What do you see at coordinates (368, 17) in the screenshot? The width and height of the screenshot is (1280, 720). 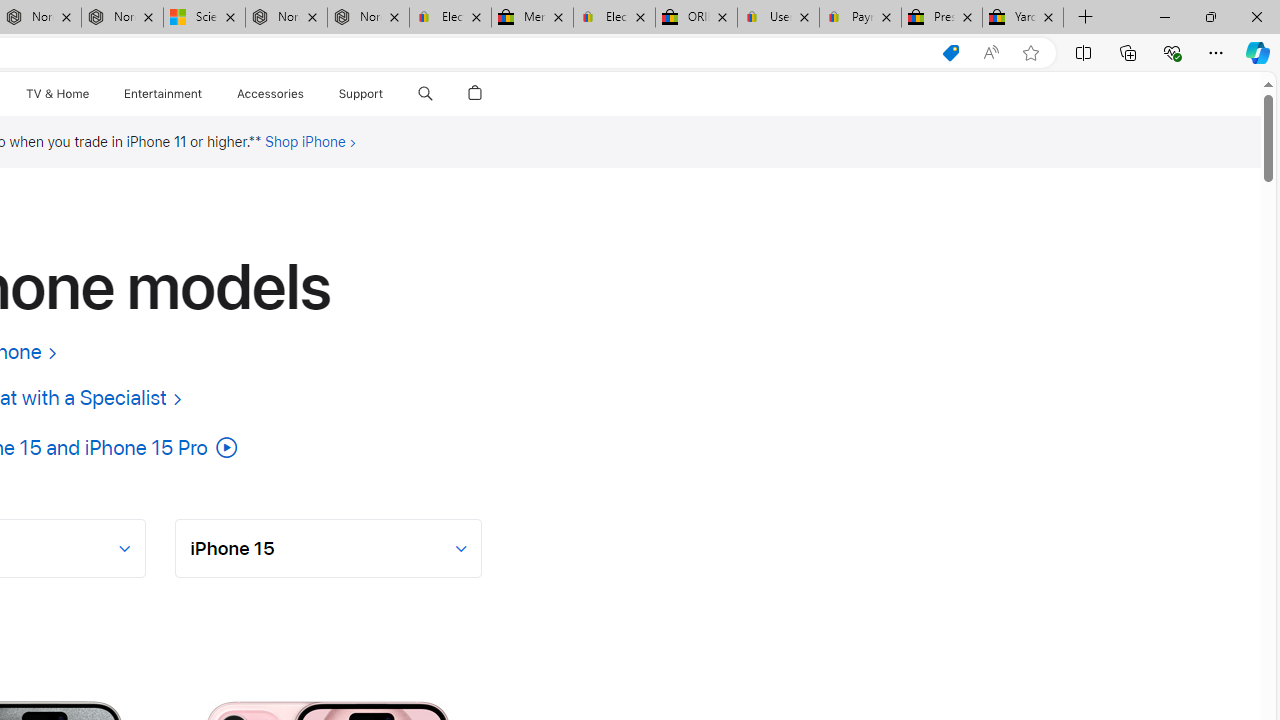 I see `'Nordace - FAQ'` at bounding box center [368, 17].